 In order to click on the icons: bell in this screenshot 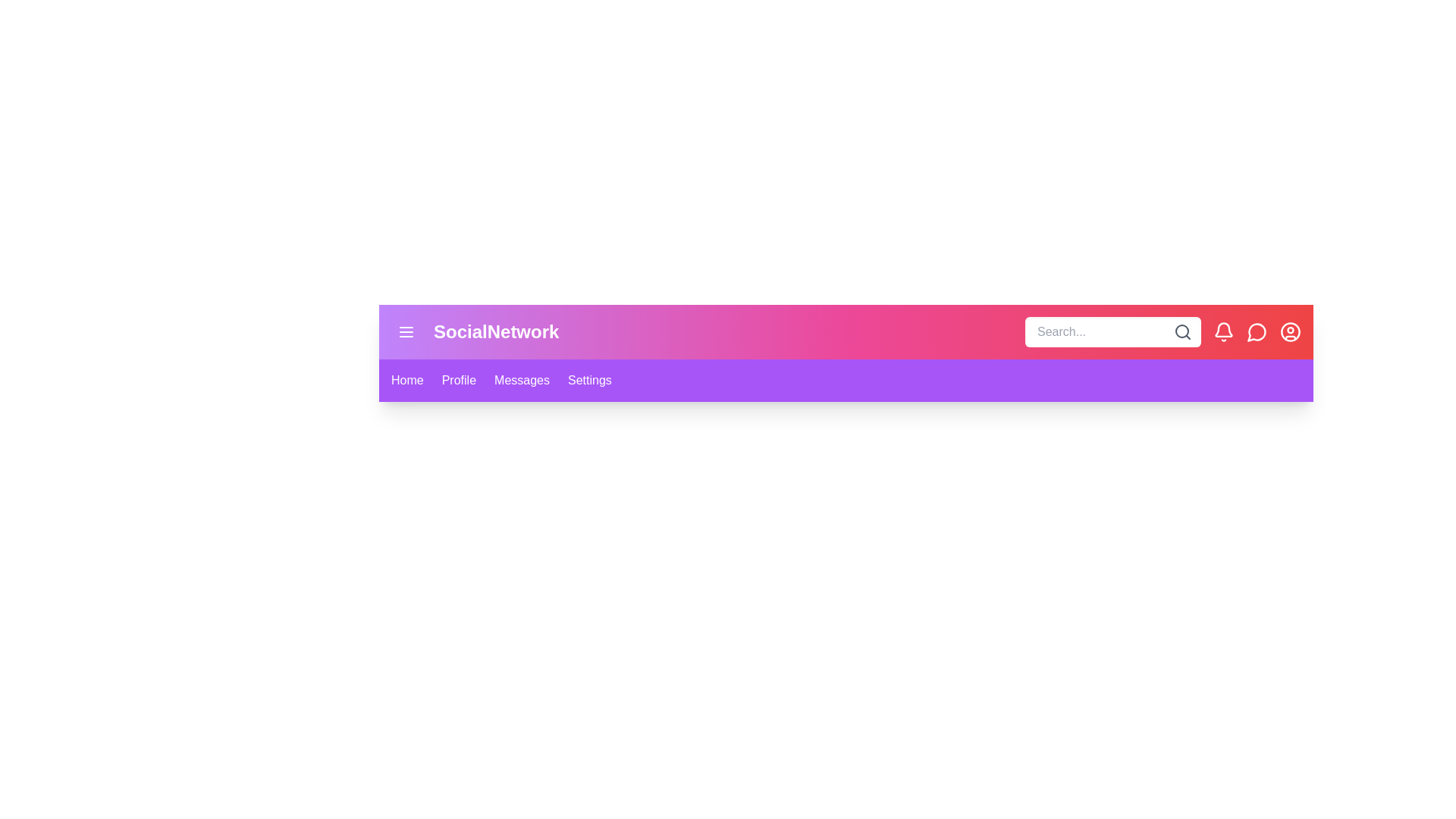, I will do `click(1223, 331)`.